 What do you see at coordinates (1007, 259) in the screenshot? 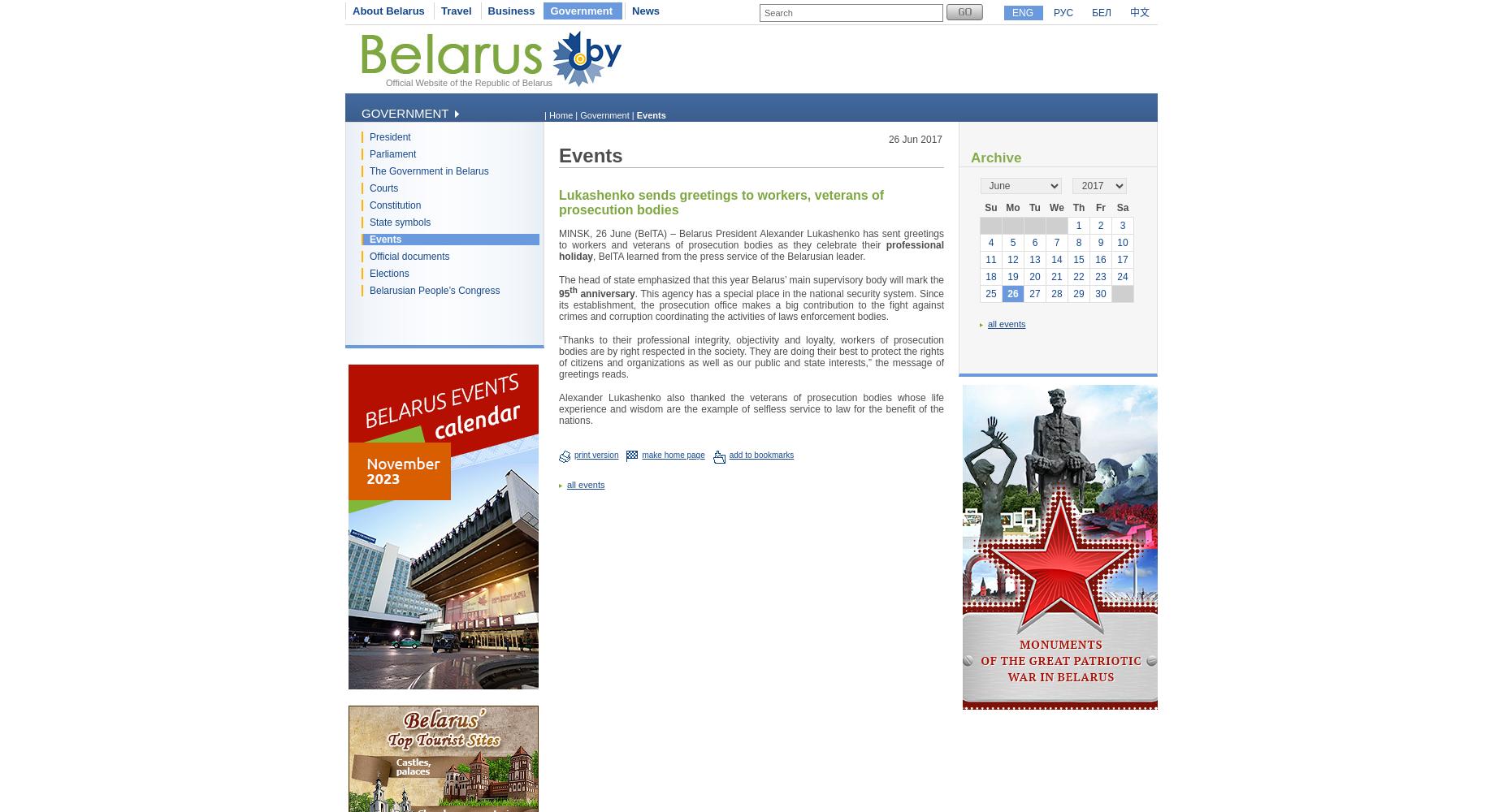
I see `'12'` at bounding box center [1007, 259].